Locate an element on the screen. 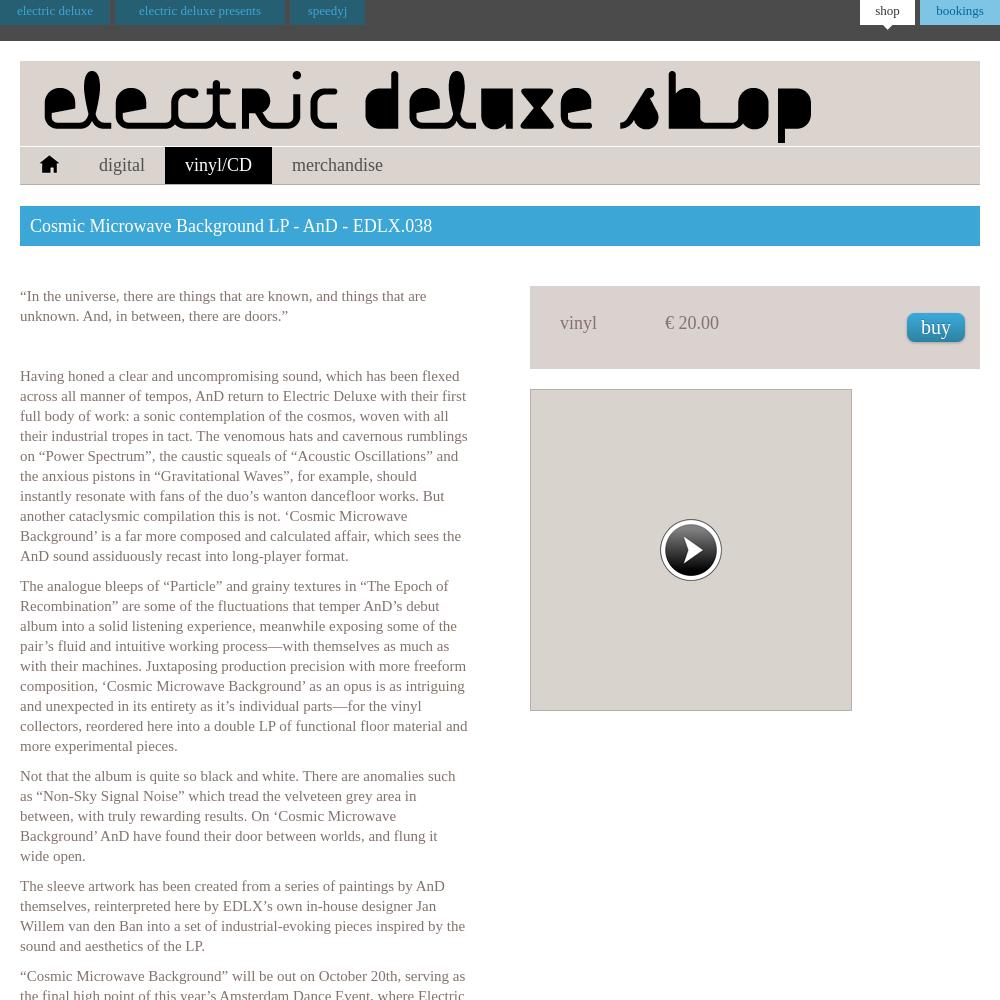 This screenshot has height=1000, width=1000. 'The analogue bleeps of “Particle” and grainy textures in “The Epoch of Recombination” are some of the fluctuations that temper AnD’s debut album into a solid listening experience, meanwhile exposing some of the pair’s fluid and intuitive working process—with themselves as much as with their machines. Juxtaposing production precision with more freeform composition, ‘Cosmic Microwave Background’ as an opus is as intriguing and unexpected in its entirety as it’s individual parts—for the vinyl collectors, reordered here into a double LP of functional floor material and more experimental pieces.' is located at coordinates (242, 666).